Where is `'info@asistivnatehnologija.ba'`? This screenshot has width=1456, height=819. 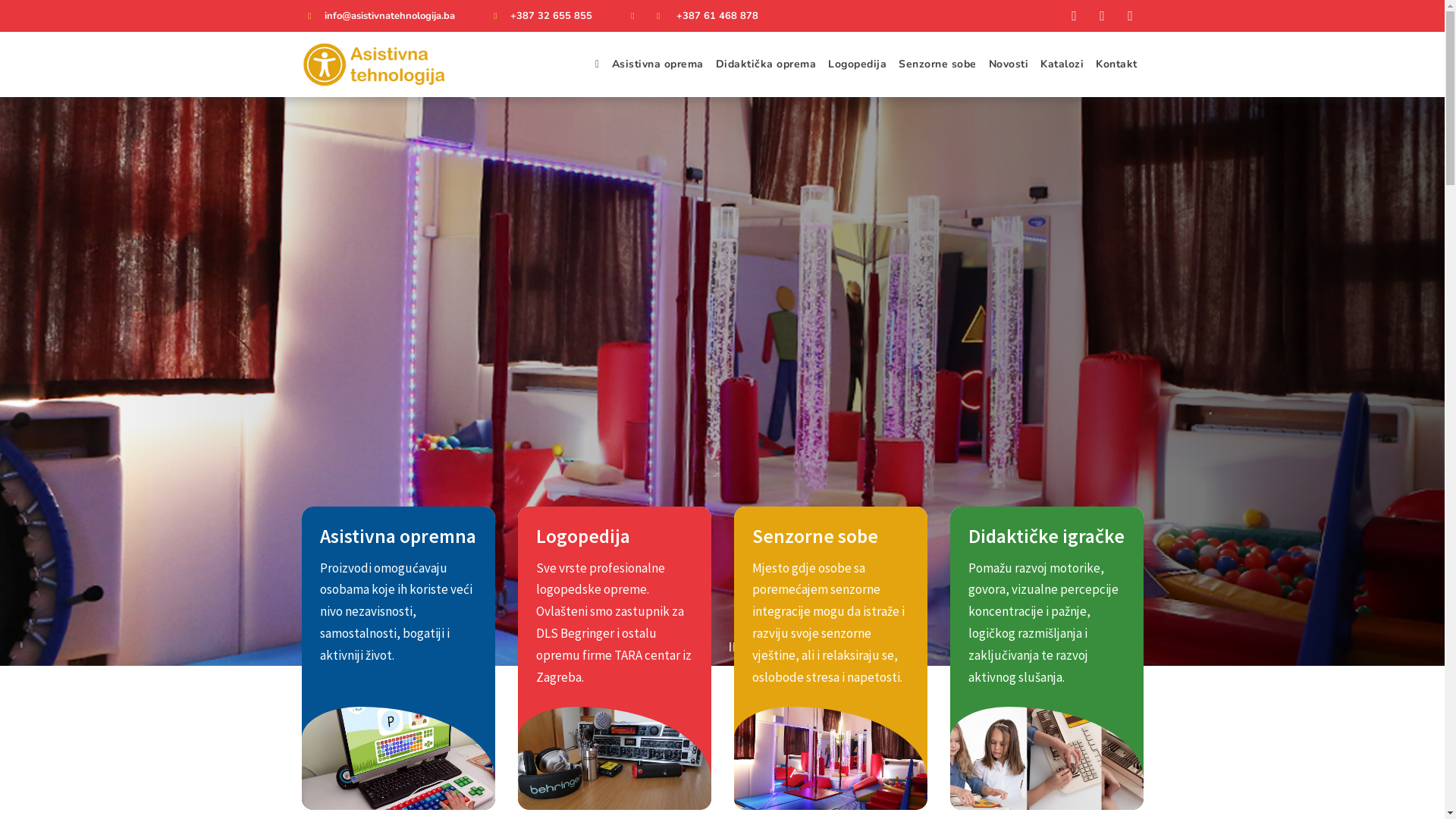
'info@asistivnatehnologija.ba' is located at coordinates (389, 15).